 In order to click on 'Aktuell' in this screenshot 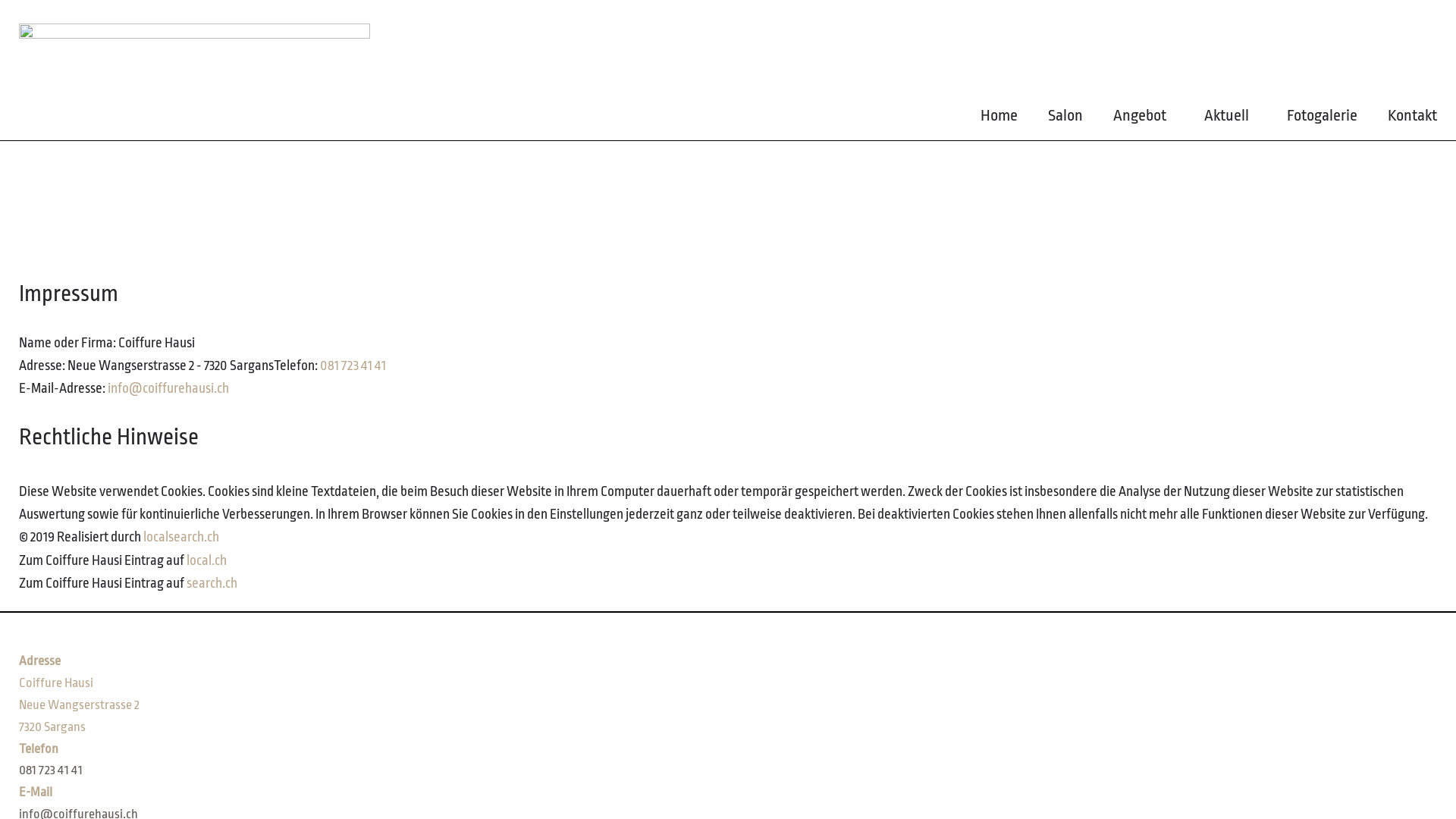, I will do `click(1203, 118)`.